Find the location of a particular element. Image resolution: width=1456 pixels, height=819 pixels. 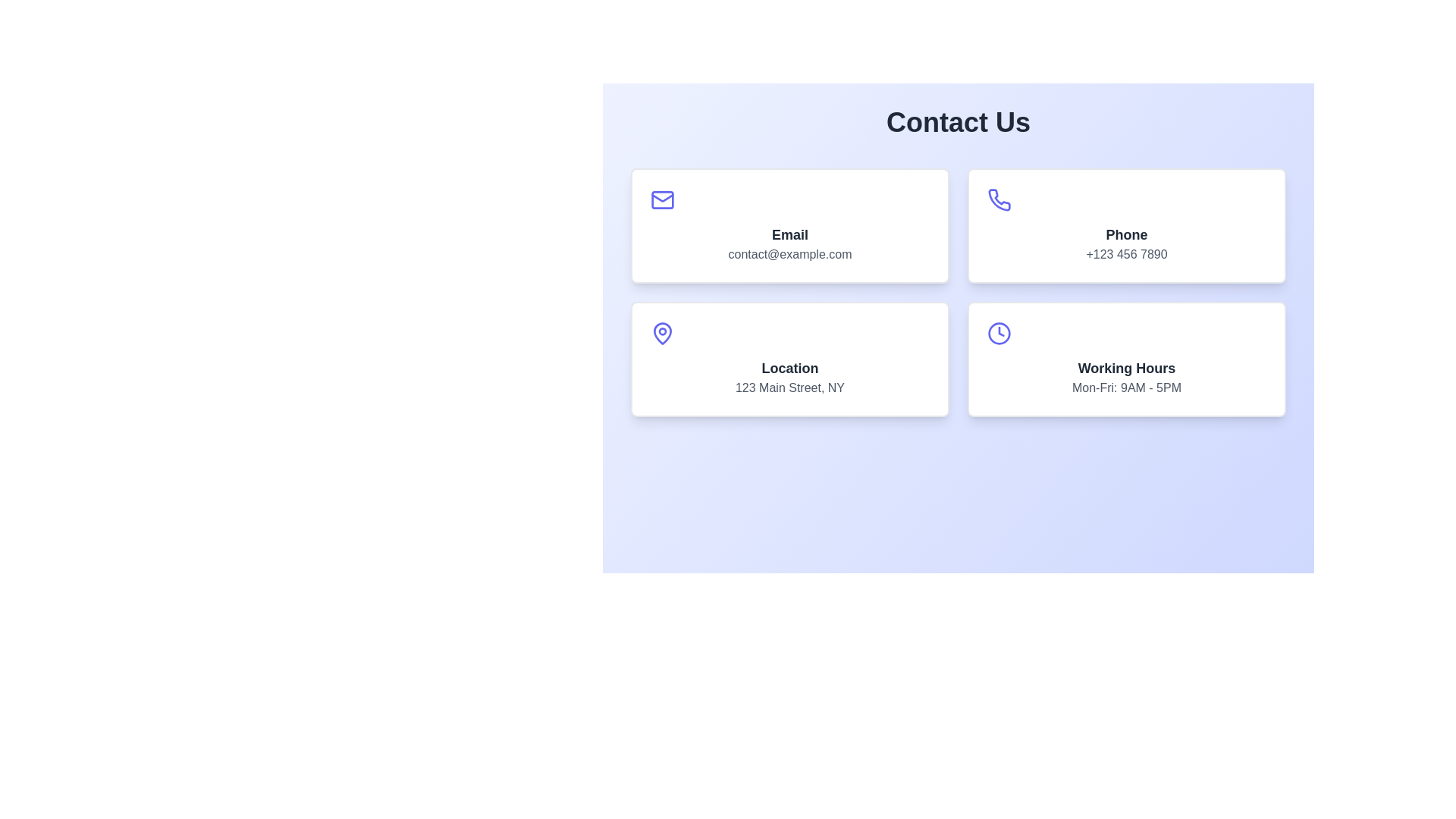

the 'time' icon located in the upper-left area of the 'Working Hours' card, which visually represents working hours is located at coordinates (999, 332).